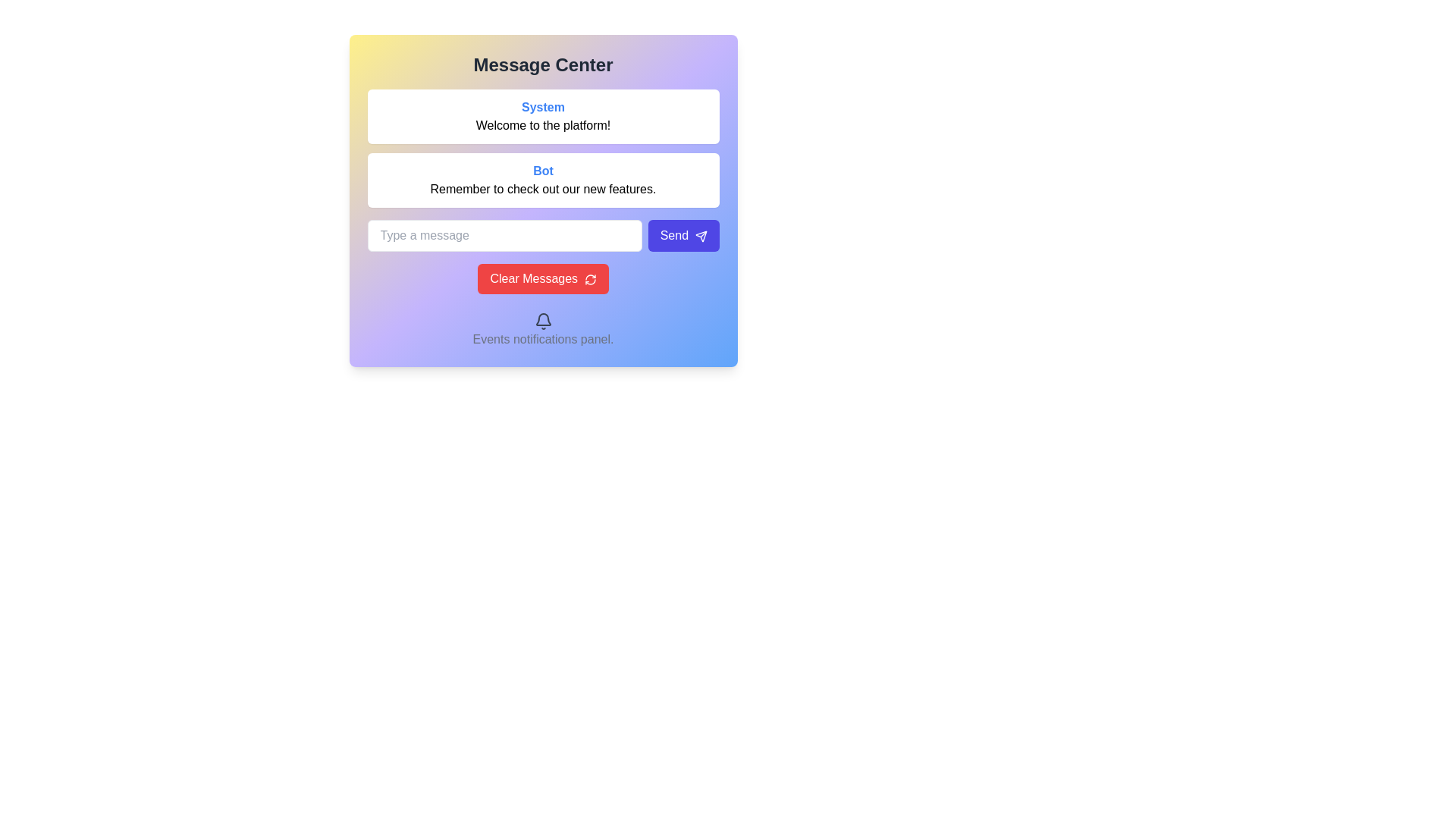 Image resolution: width=1456 pixels, height=819 pixels. What do you see at coordinates (682, 236) in the screenshot?
I see `the 'Send' button, which is a rounded rectangular button with a vibrant indigo background and white text, located to the right of the 'Type a message' text input field` at bounding box center [682, 236].